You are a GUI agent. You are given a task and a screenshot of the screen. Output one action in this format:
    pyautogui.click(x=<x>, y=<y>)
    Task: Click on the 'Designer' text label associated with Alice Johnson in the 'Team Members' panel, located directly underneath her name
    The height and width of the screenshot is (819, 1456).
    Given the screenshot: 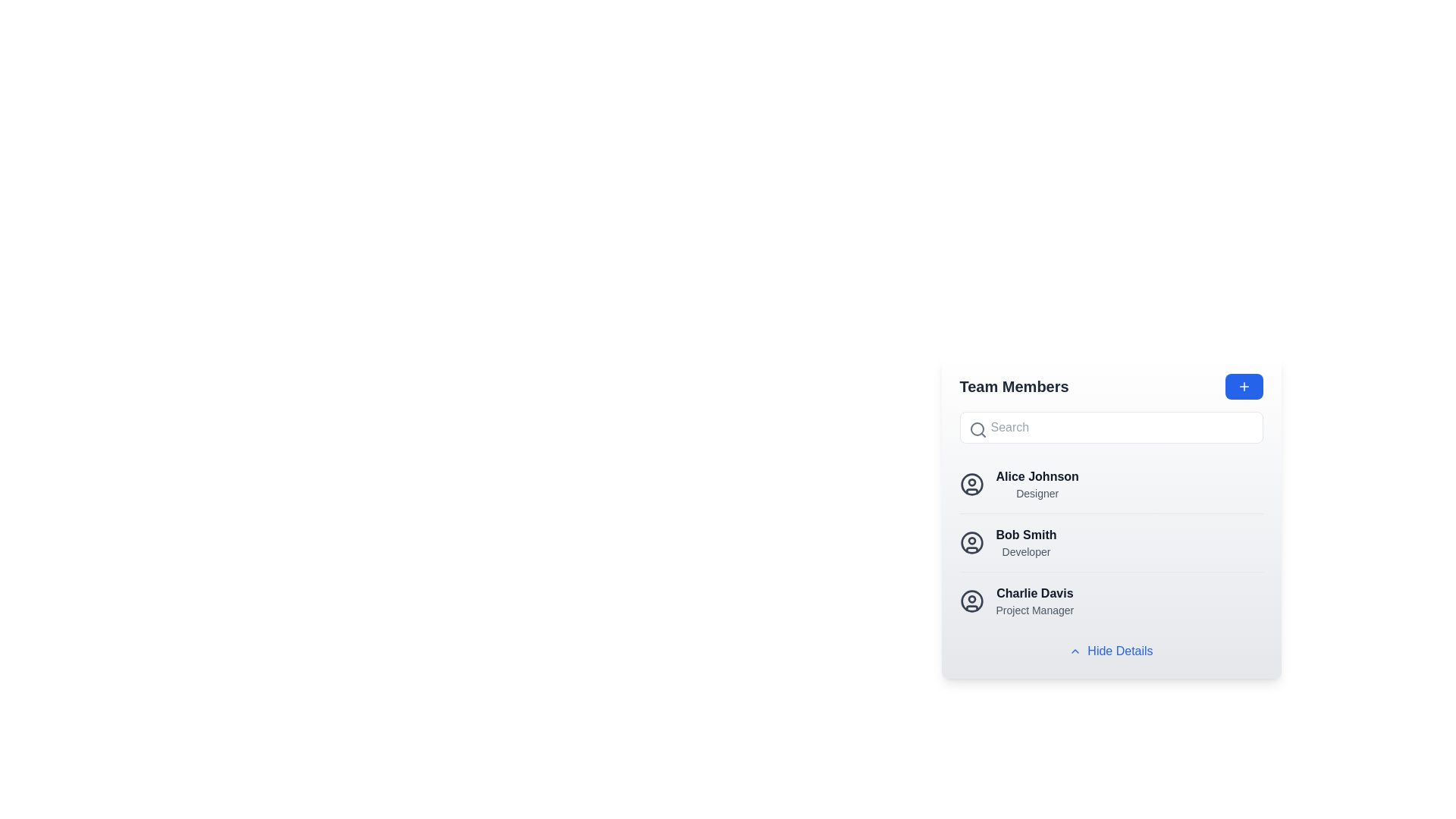 What is the action you would take?
    pyautogui.click(x=1037, y=494)
    